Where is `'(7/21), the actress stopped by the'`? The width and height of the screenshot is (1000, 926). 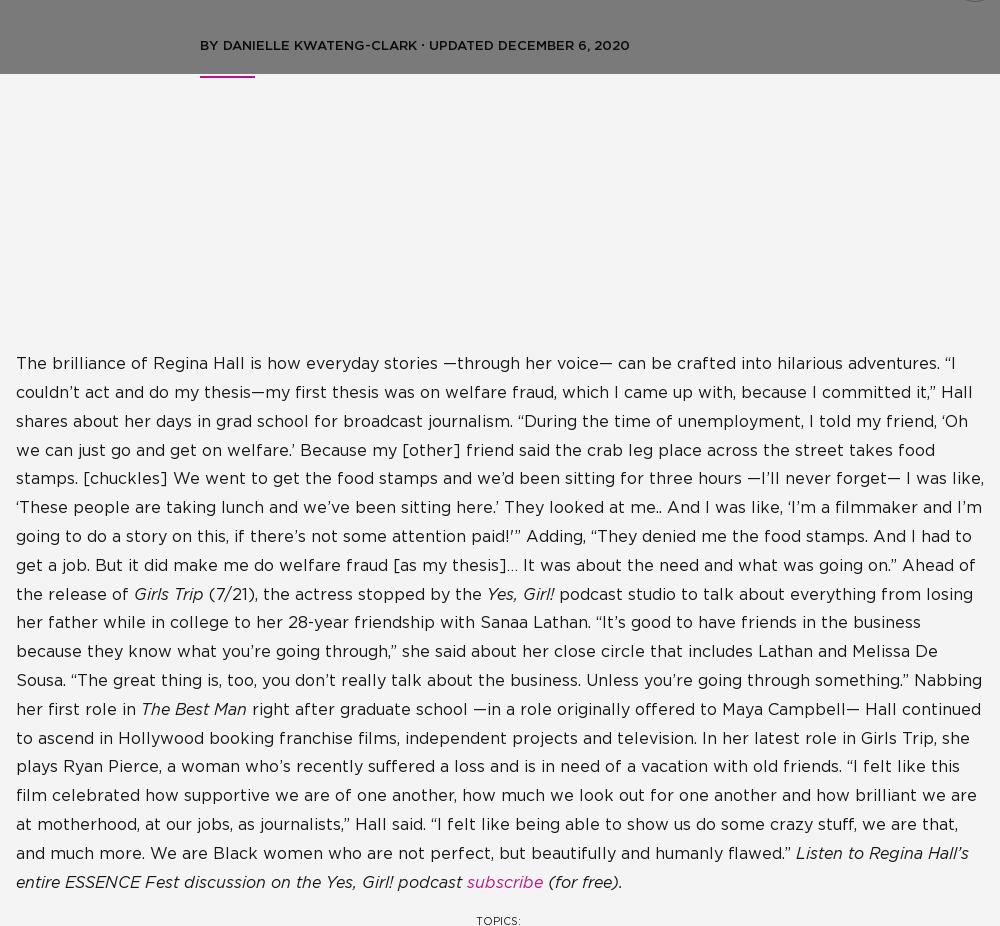
'(7/21), the actress stopped by the' is located at coordinates (344, 593).